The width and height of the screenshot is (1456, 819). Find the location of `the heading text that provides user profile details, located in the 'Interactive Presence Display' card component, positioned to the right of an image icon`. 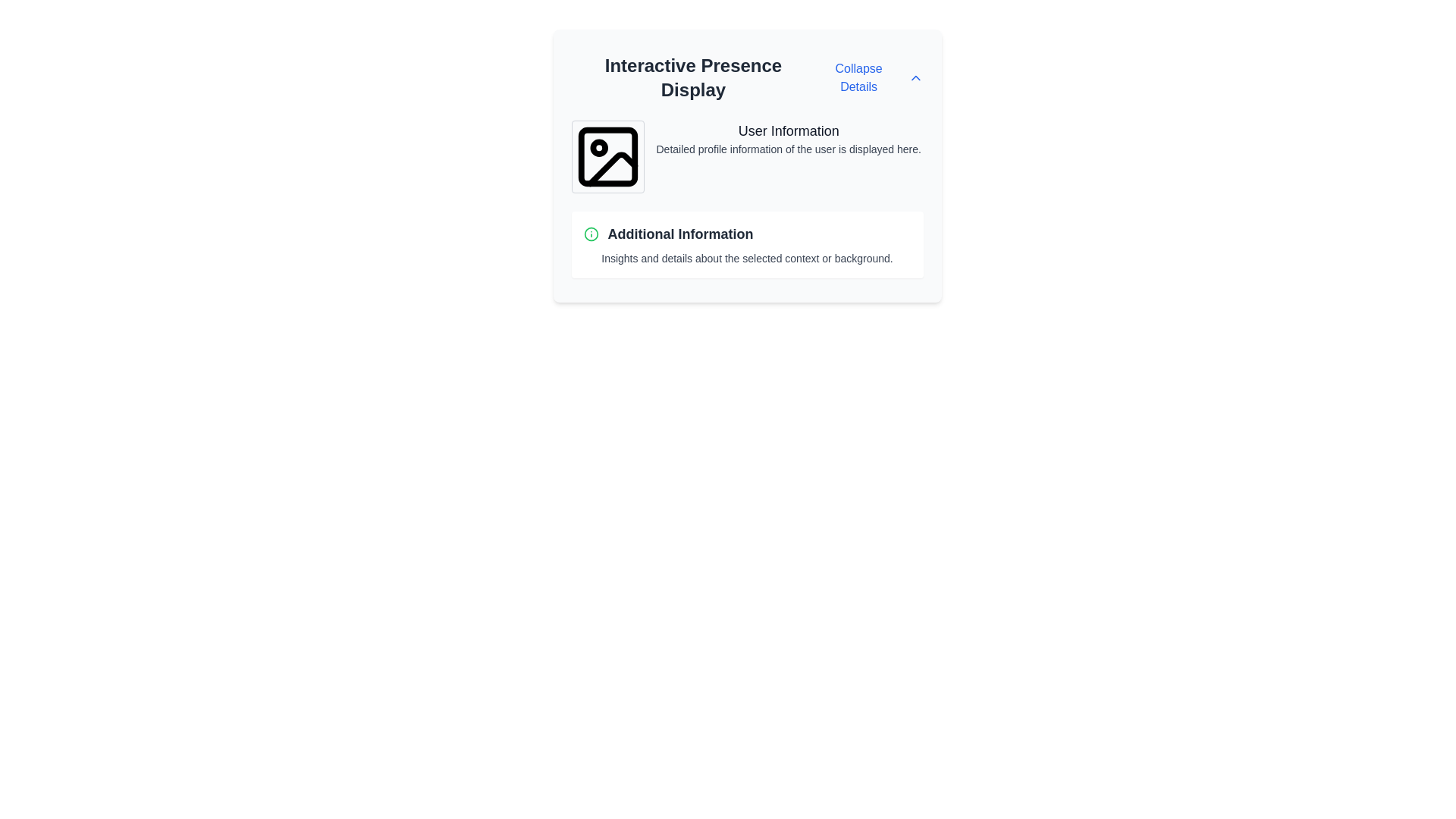

the heading text that provides user profile details, located in the 'Interactive Presence Display' card component, positioned to the right of an image icon is located at coordinates (789, 130).